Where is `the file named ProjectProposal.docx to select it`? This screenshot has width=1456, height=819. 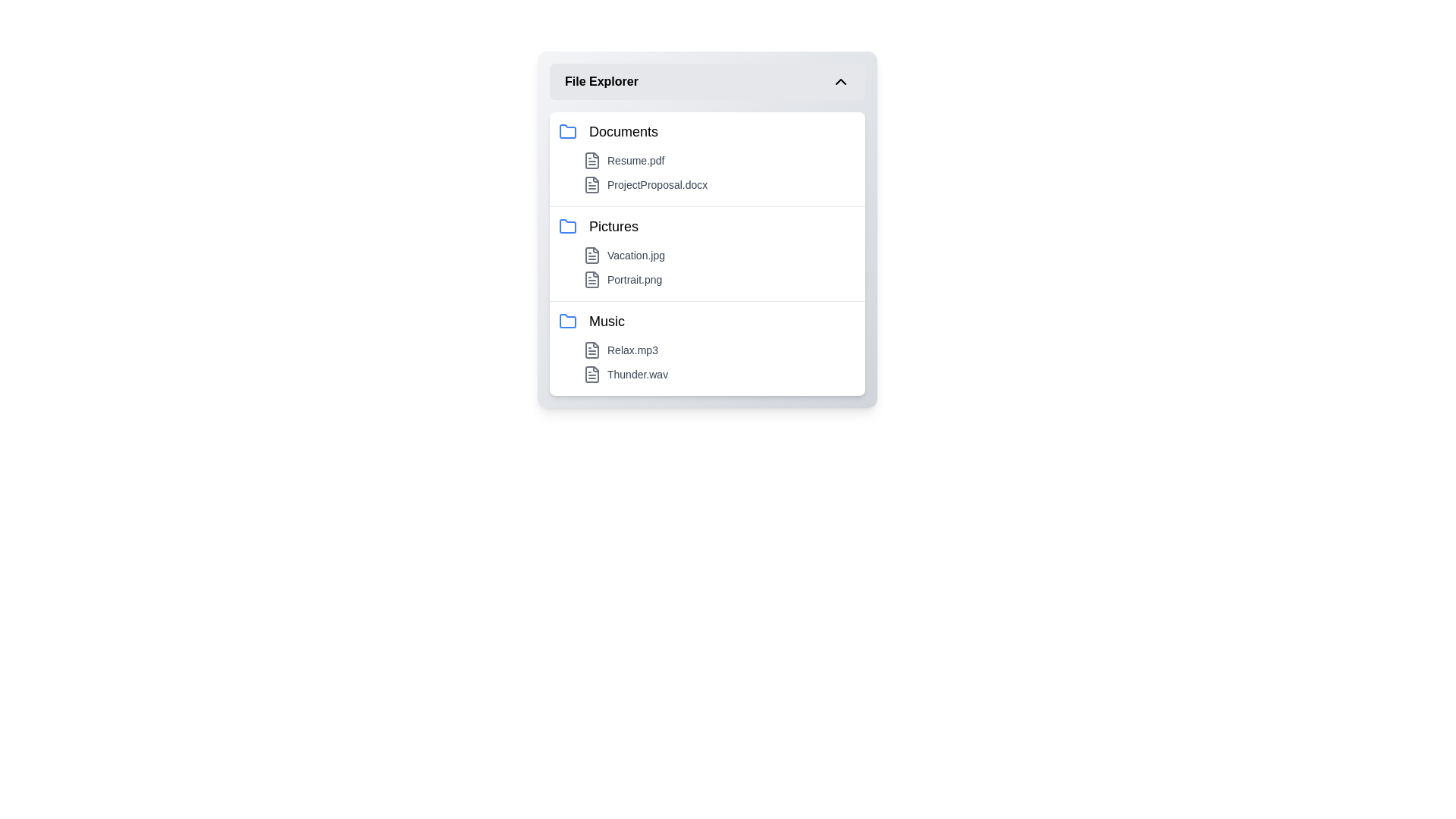
the file named ProjectProposal.docx to select it is located at coordinates (719, 184).